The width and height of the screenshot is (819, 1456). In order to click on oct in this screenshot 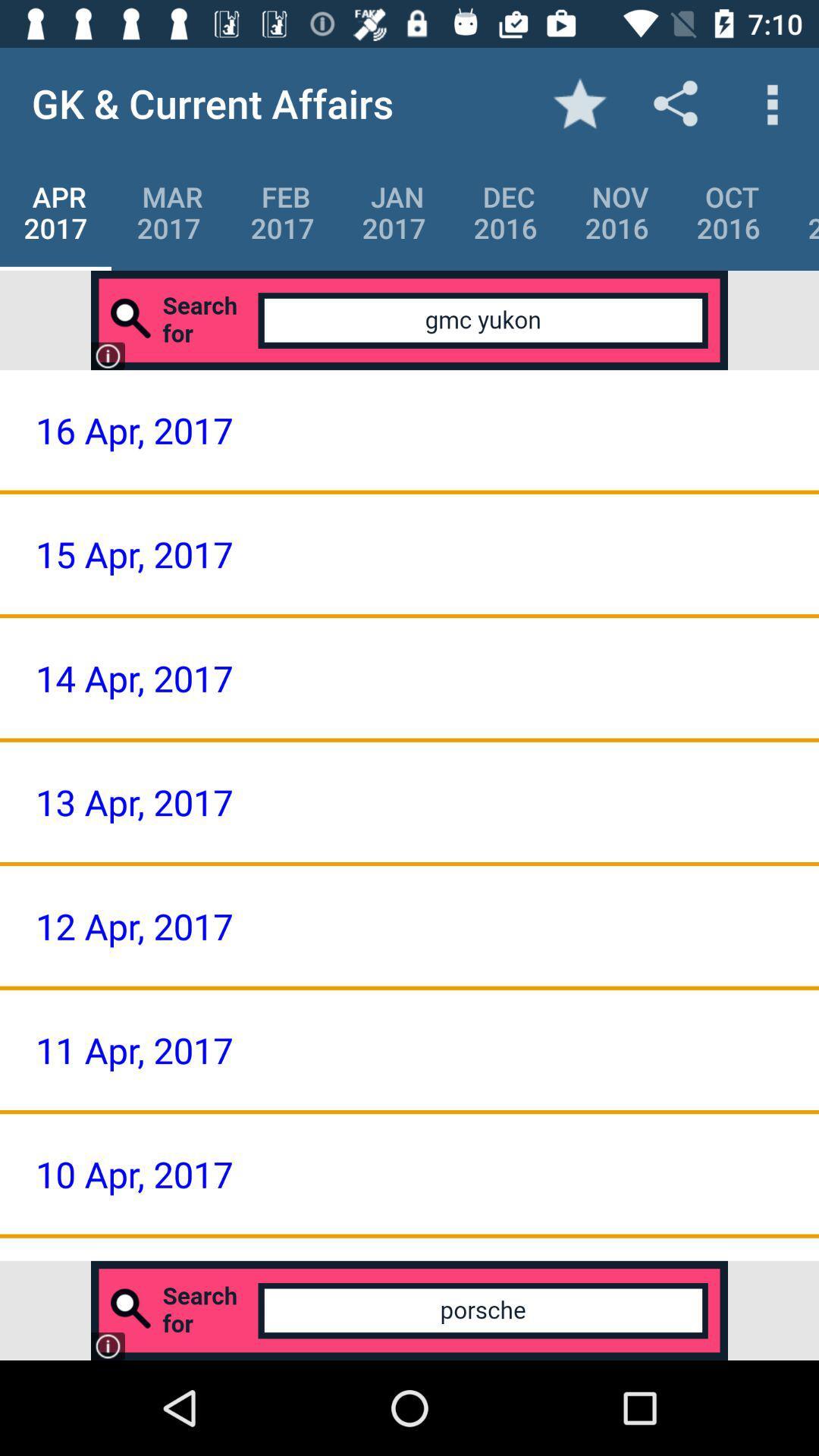, I will do `click(727, 212)`.